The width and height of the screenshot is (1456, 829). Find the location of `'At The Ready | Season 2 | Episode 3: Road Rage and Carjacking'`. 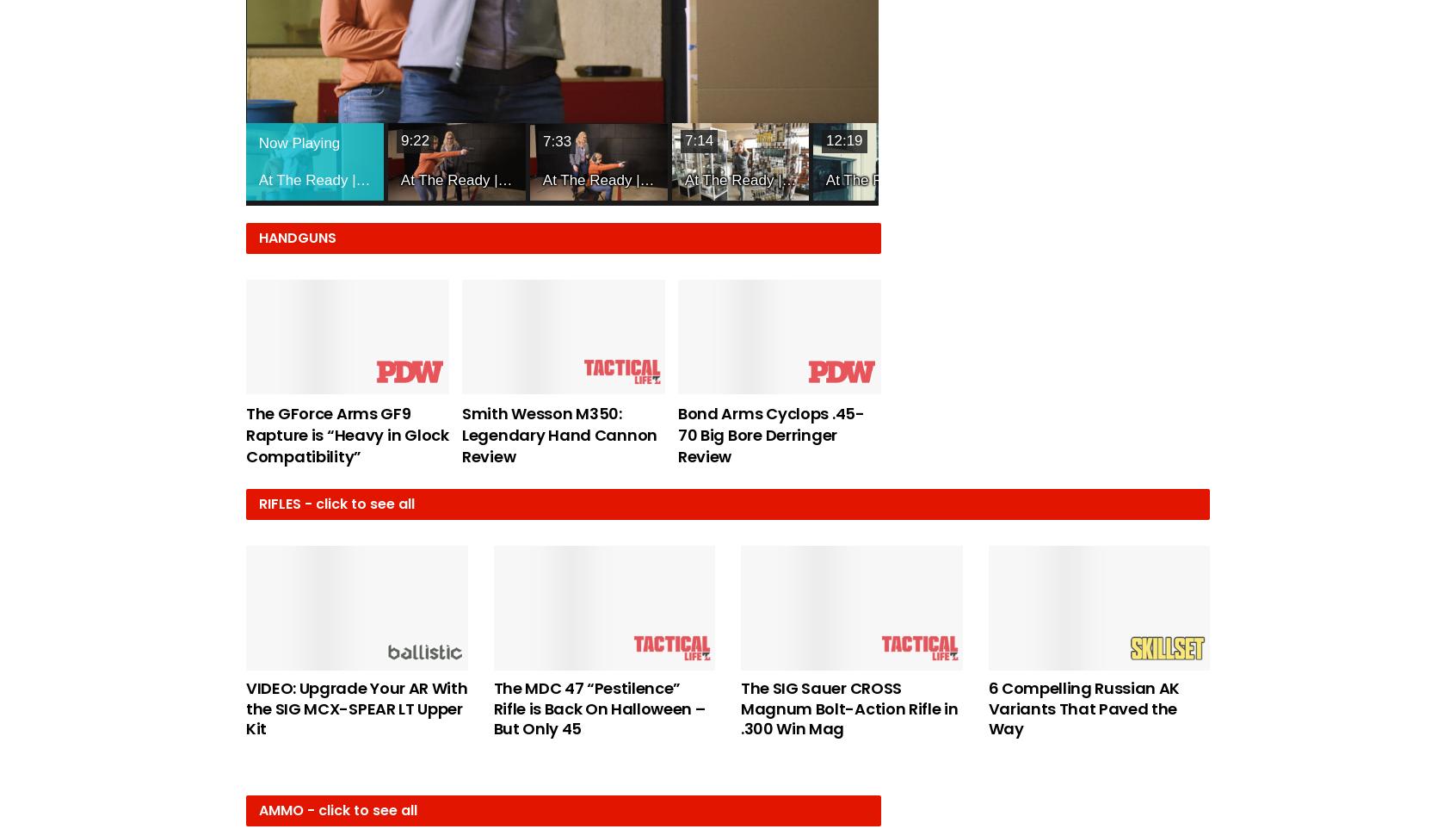

'At The Ready | Season 2 | Episode 3: Road Rage and Carjacking' is located at coordinates (753, 178).